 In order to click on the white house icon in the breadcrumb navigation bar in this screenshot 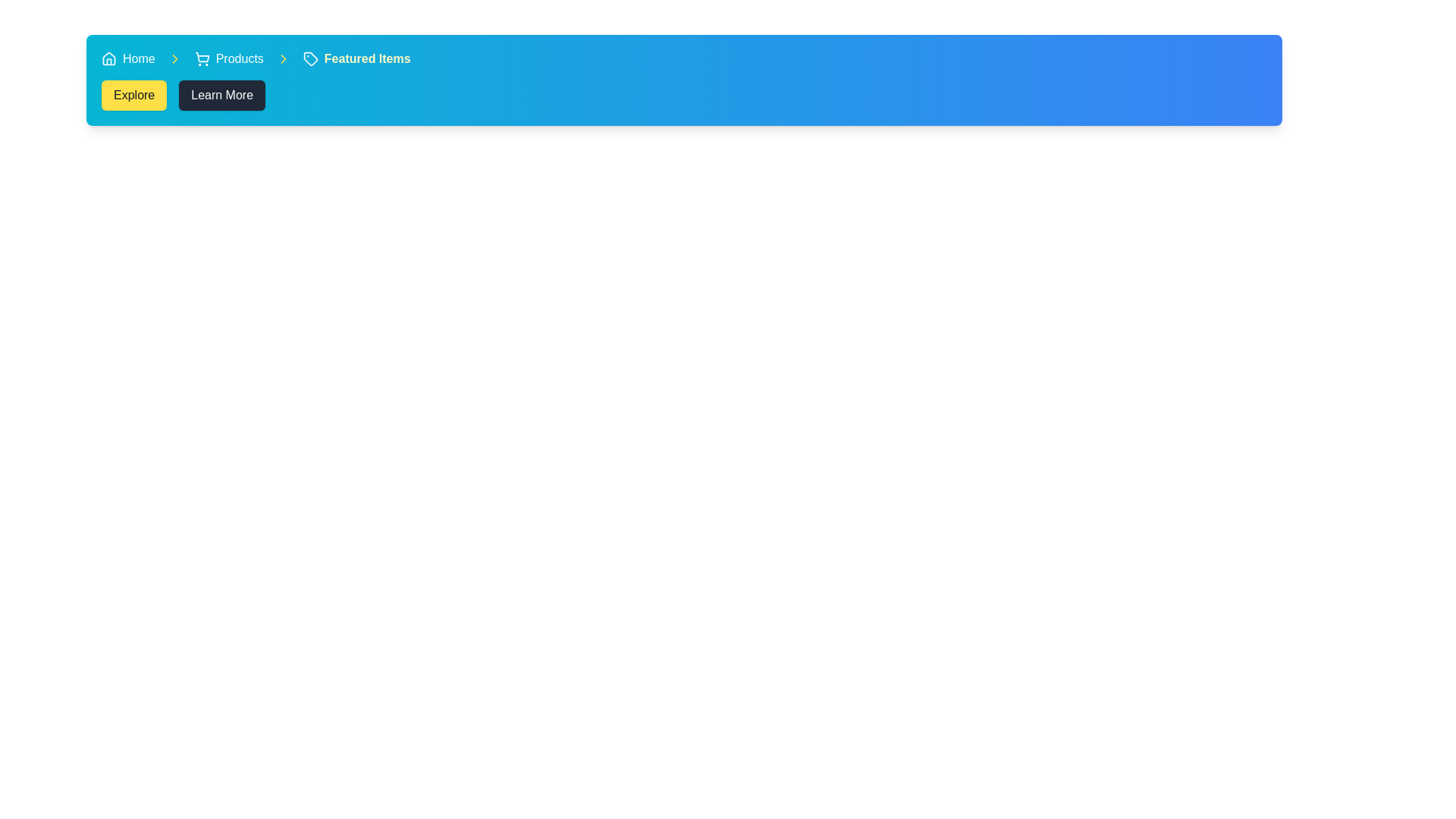, I will do `click(108, 58)`.